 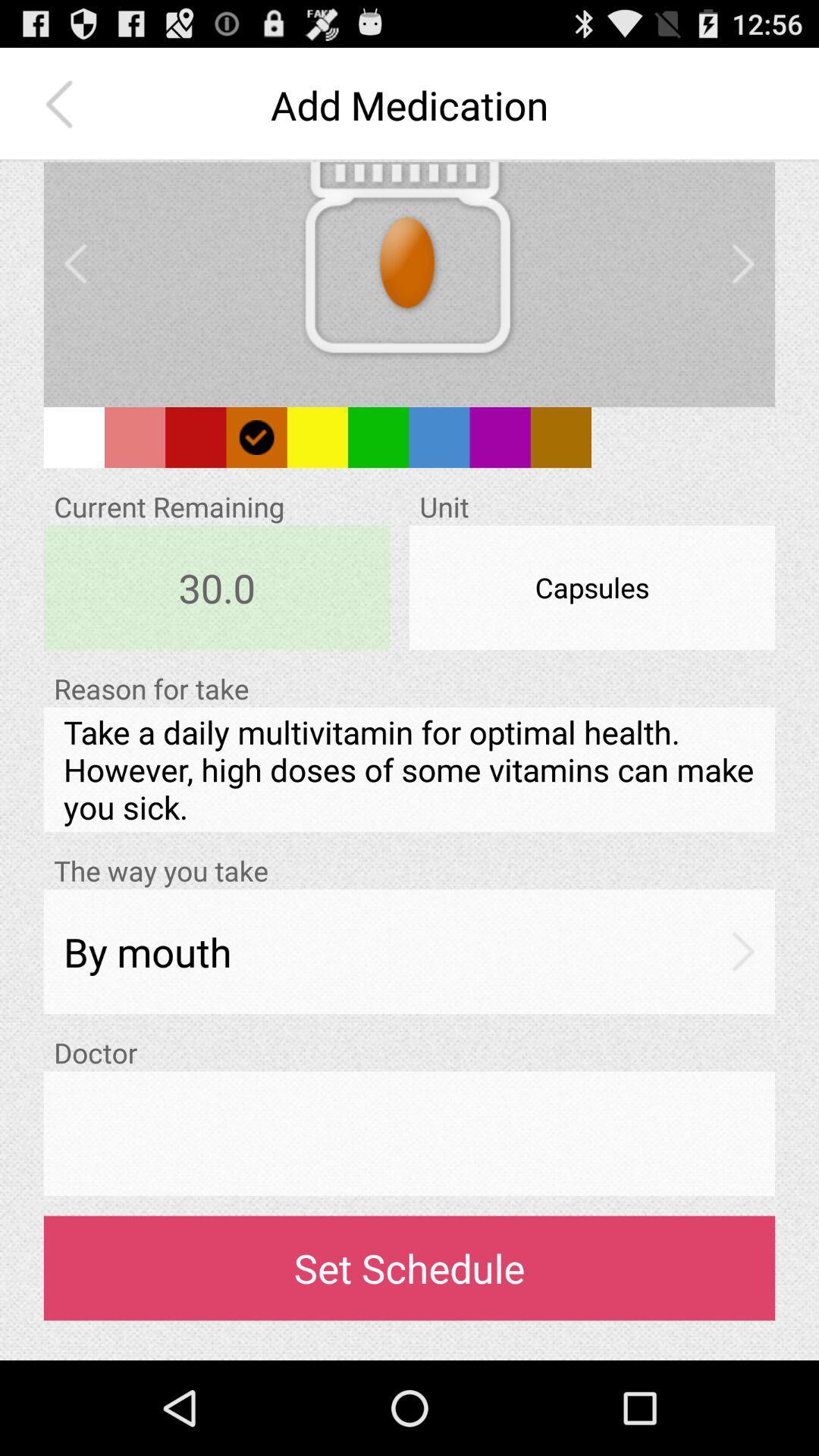 I want to click on the arrow_backward icon, so click(x=62, y=111).